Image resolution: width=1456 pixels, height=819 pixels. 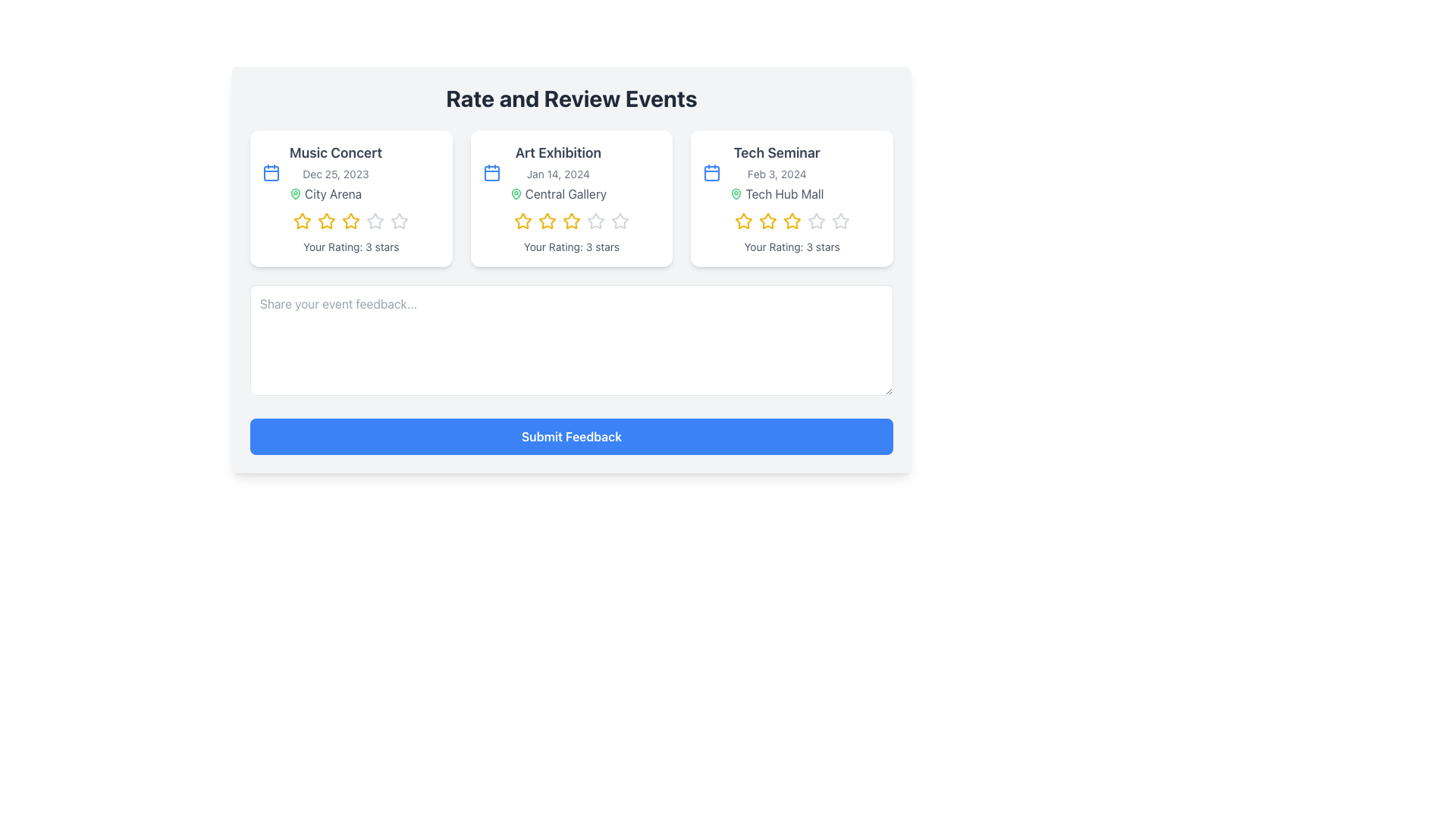 What do you see at coordinates (334, 152) in the screenshot?
I see `the 'Music Concert' text label, which is part of the event details card, positioned at the top of the card above the date and venue` at bounding box center [334, 152].